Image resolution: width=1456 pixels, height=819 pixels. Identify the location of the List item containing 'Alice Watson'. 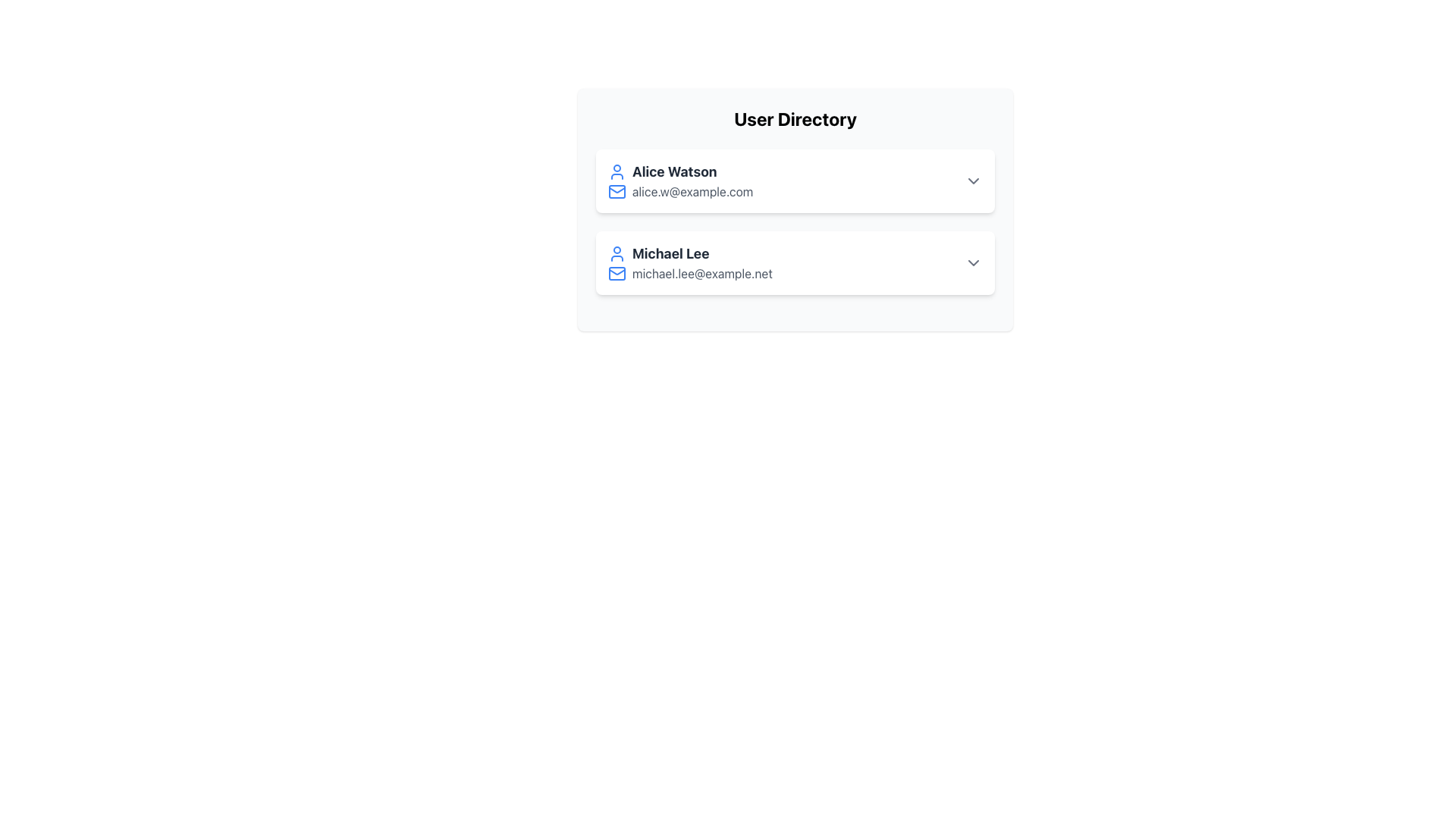
(795, 180).